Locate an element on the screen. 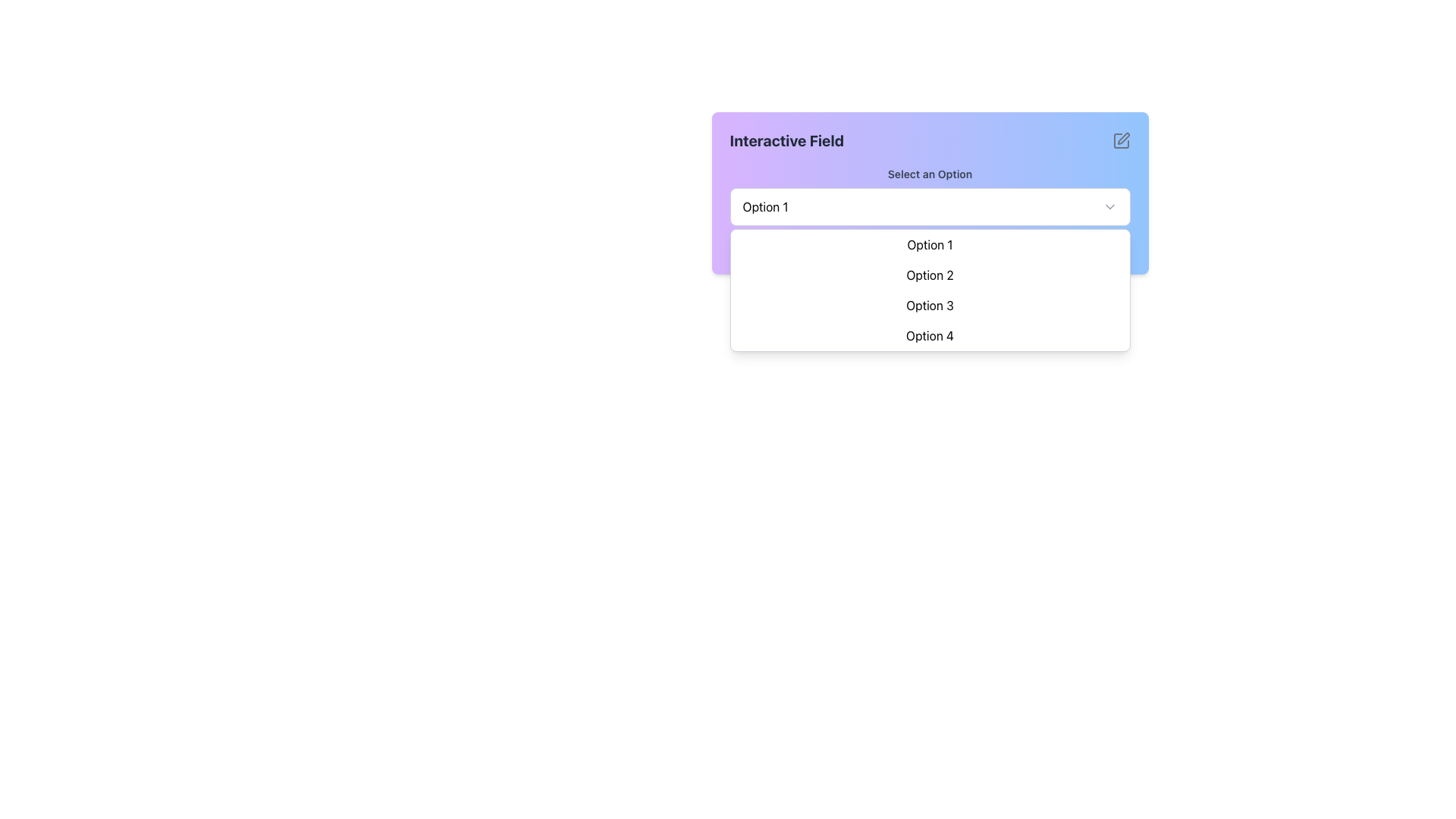 The image size is (1456, 819). text label that says 'Select an Option', which is positioned above the dropdown component is located at coordinates (929, 174).